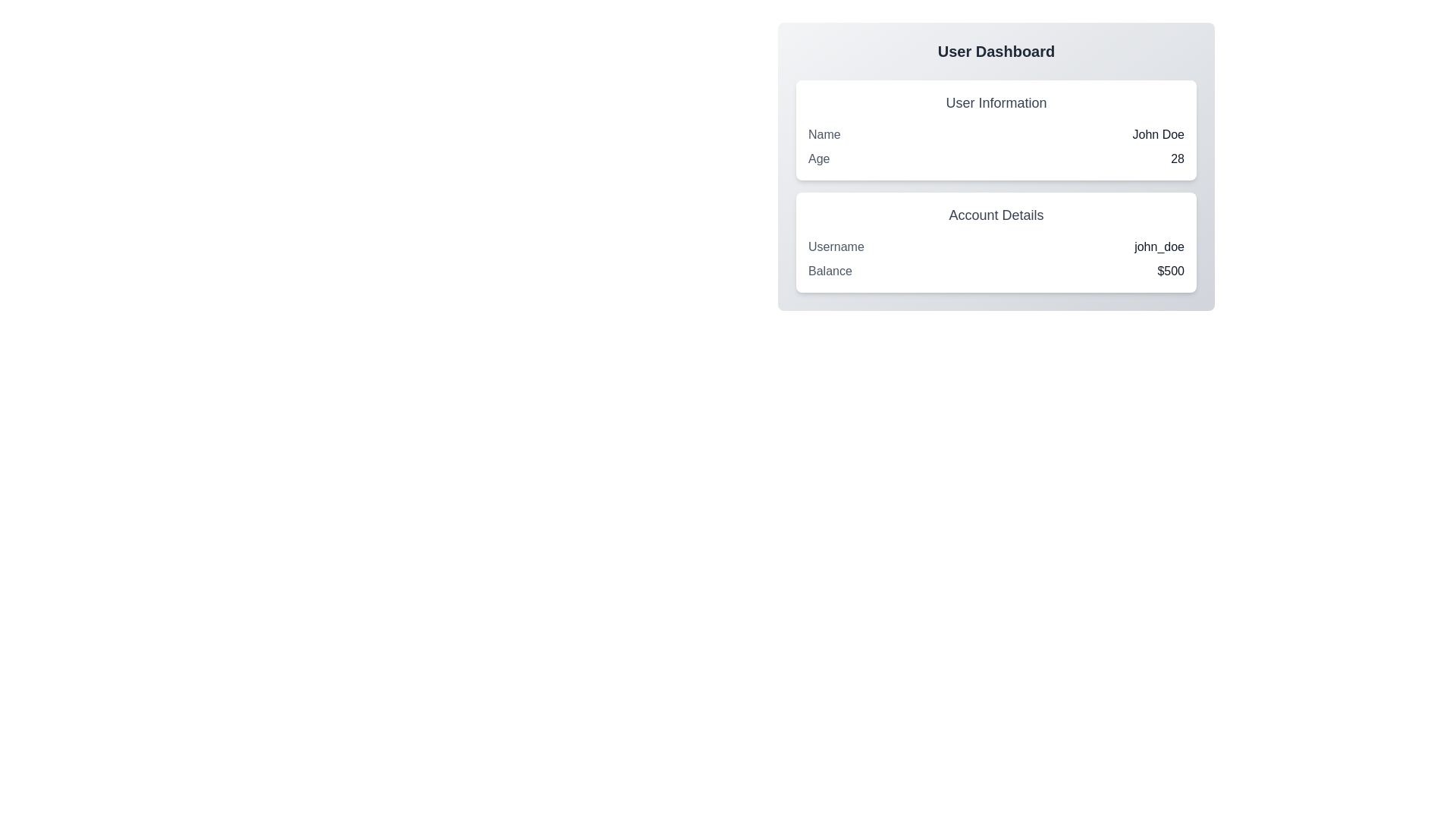  Describe the element at coordinates (996, 102) in the screenshot. I see `the title label for the 'User Information' section, which is positioned centrally above the 'Name' and 'Age' data elements` at that location.